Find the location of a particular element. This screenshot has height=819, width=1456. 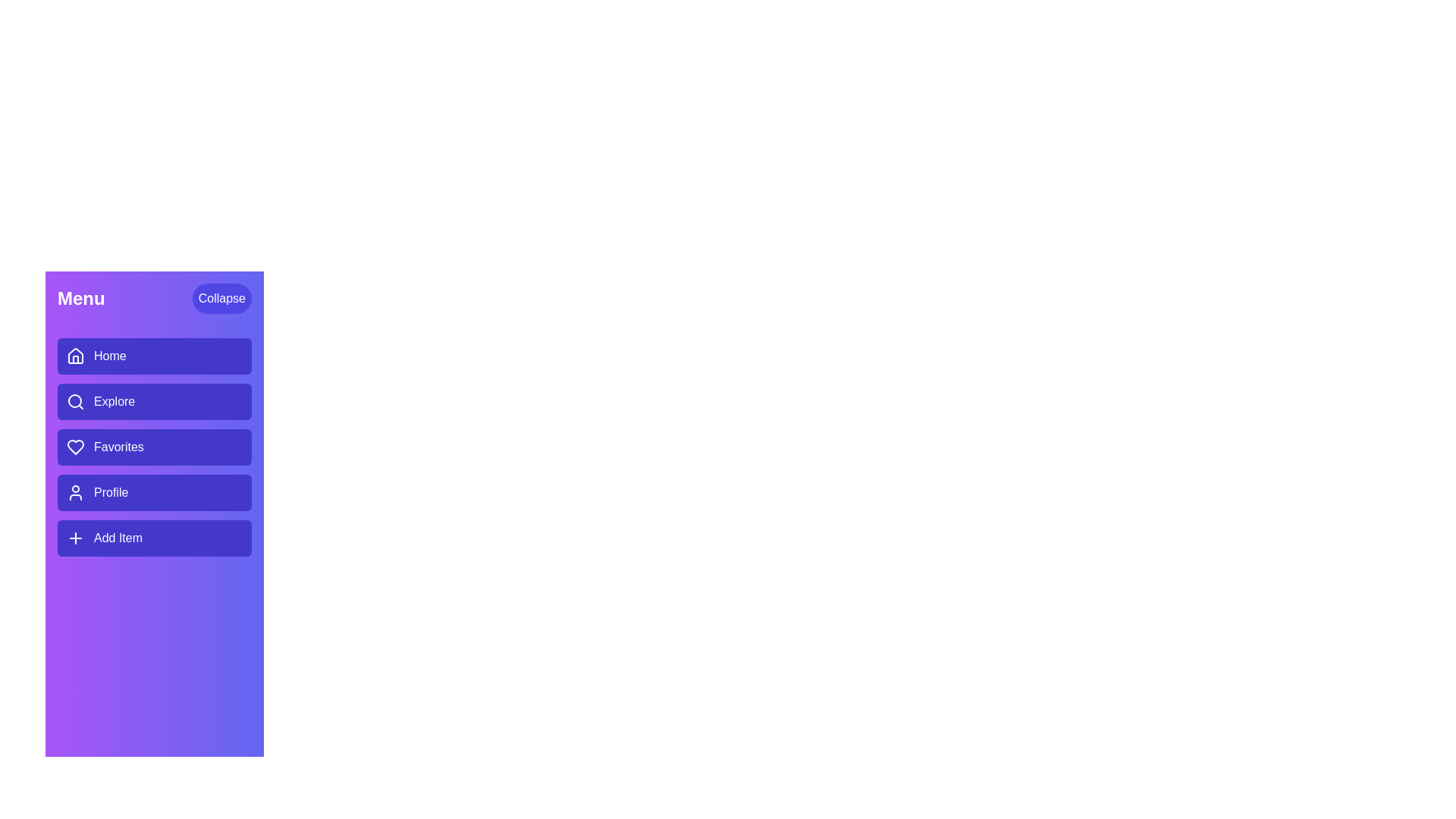

the menu item labeled Favorites is located at coordinates (154, 447).